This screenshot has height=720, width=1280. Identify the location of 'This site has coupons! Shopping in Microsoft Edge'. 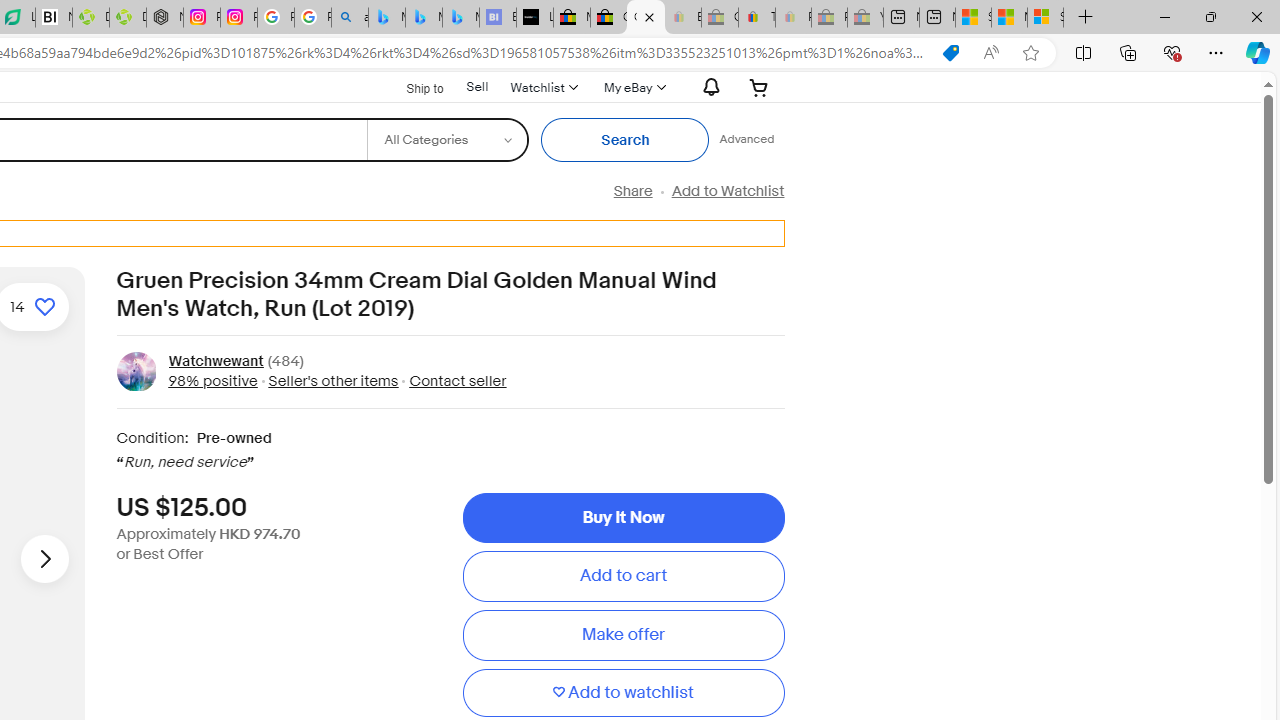
(950, 52).